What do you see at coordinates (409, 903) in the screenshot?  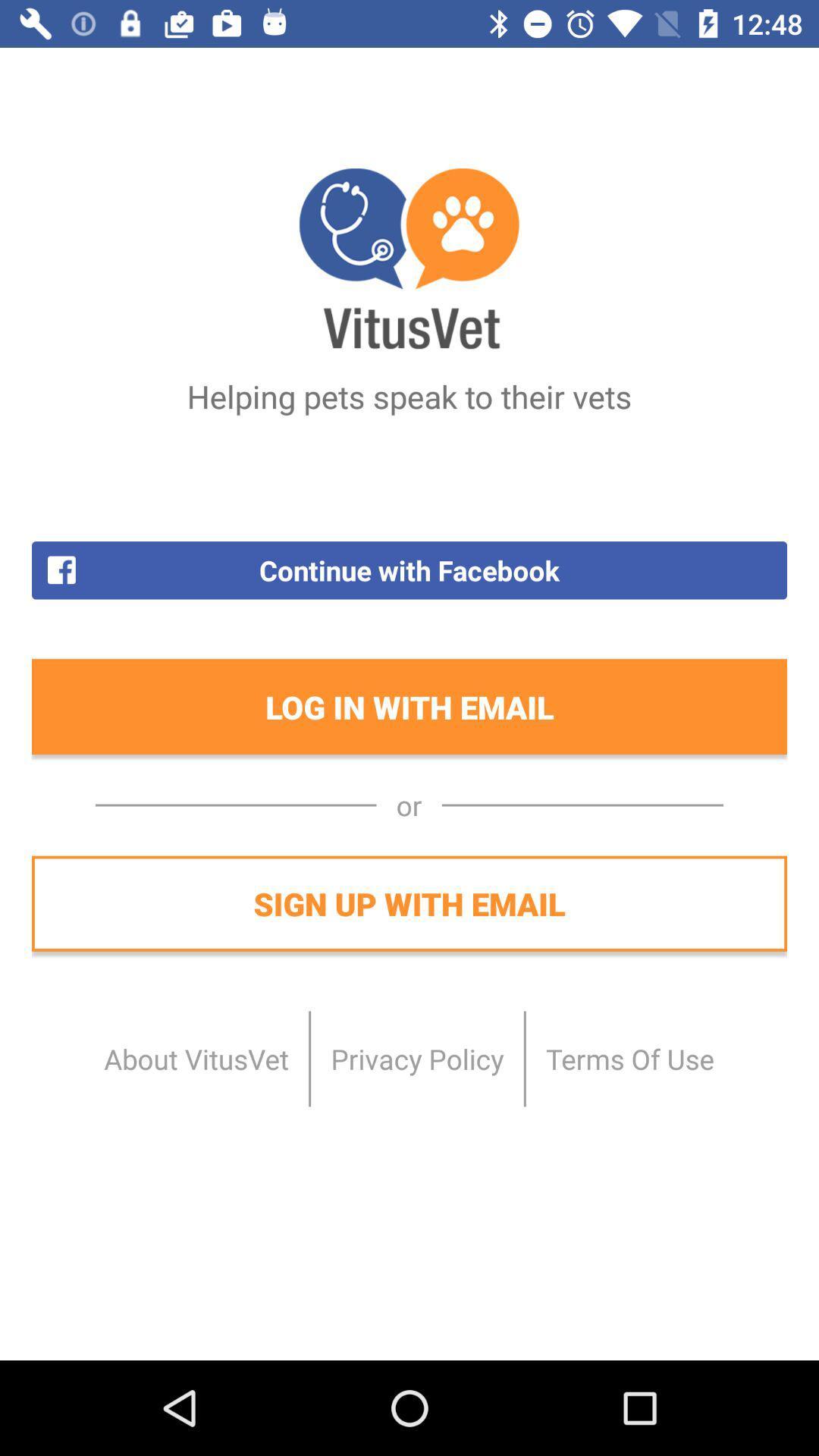 I see `sign up with item` at bounding box center [409, 903].